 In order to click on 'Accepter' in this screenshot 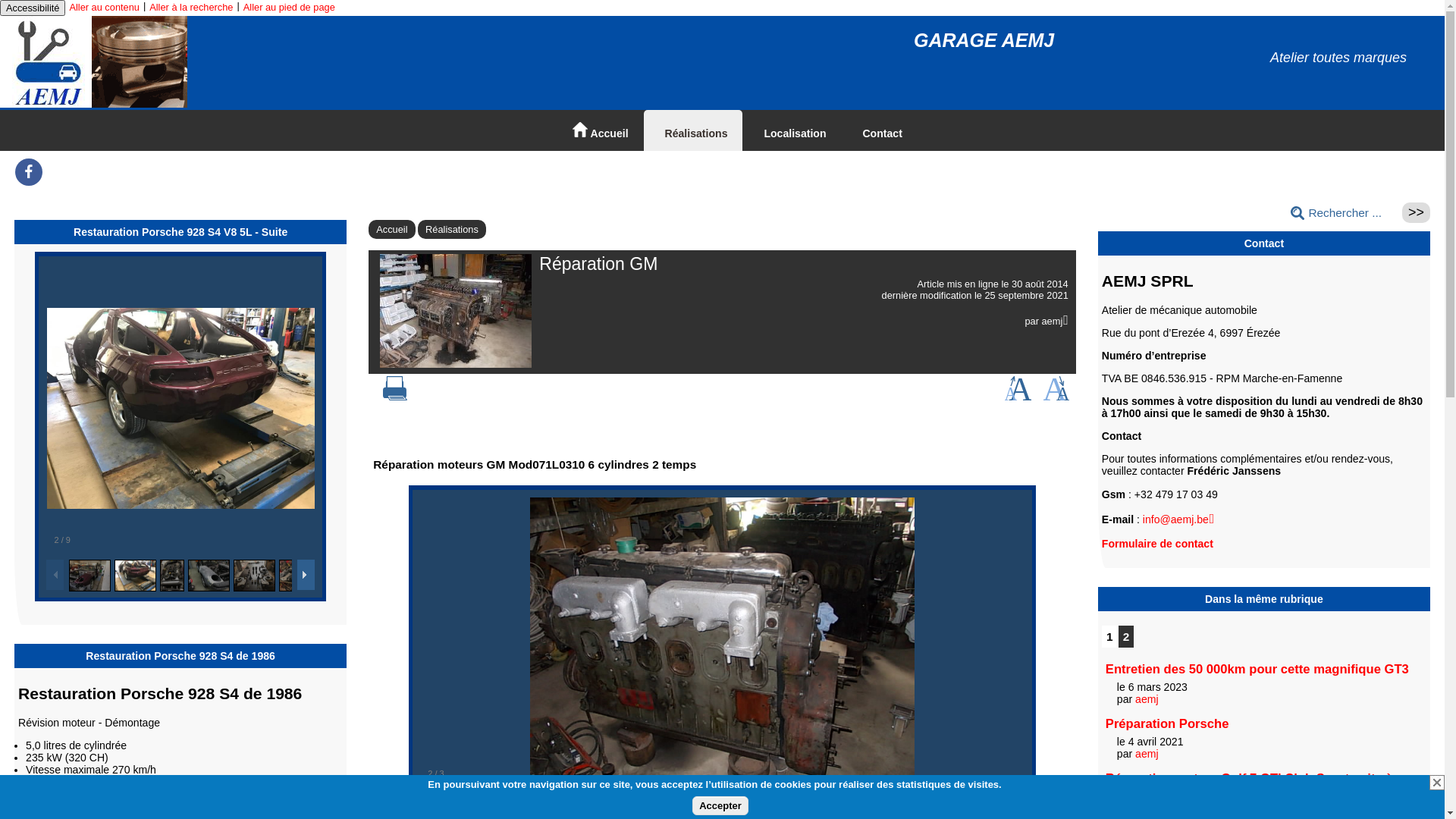, I will do `click(720, 805)`.